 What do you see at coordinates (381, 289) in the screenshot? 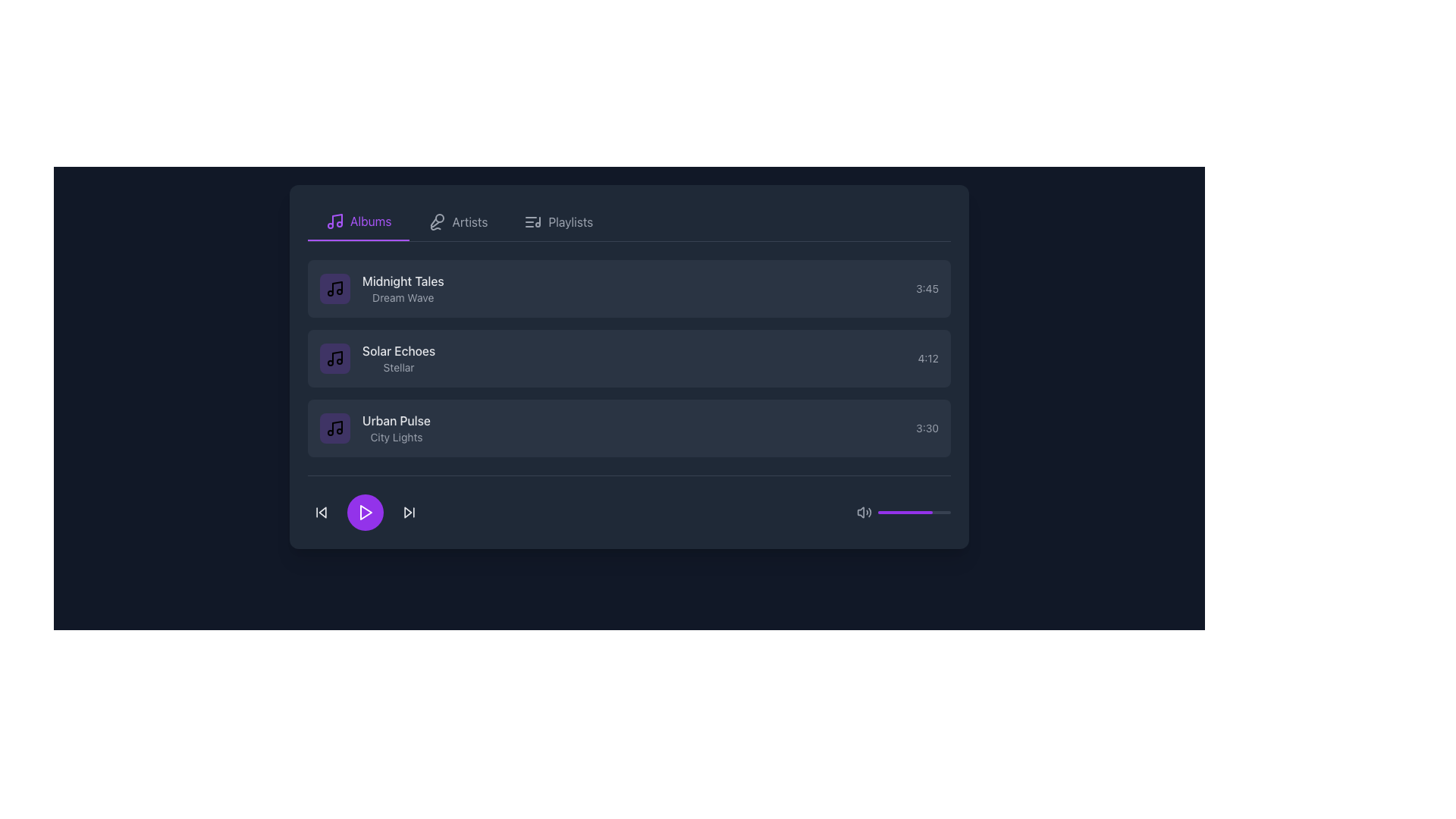
I see `the first item in the music tracks list, titled 'Midnight Tales'` at bounding box center [381, 289].